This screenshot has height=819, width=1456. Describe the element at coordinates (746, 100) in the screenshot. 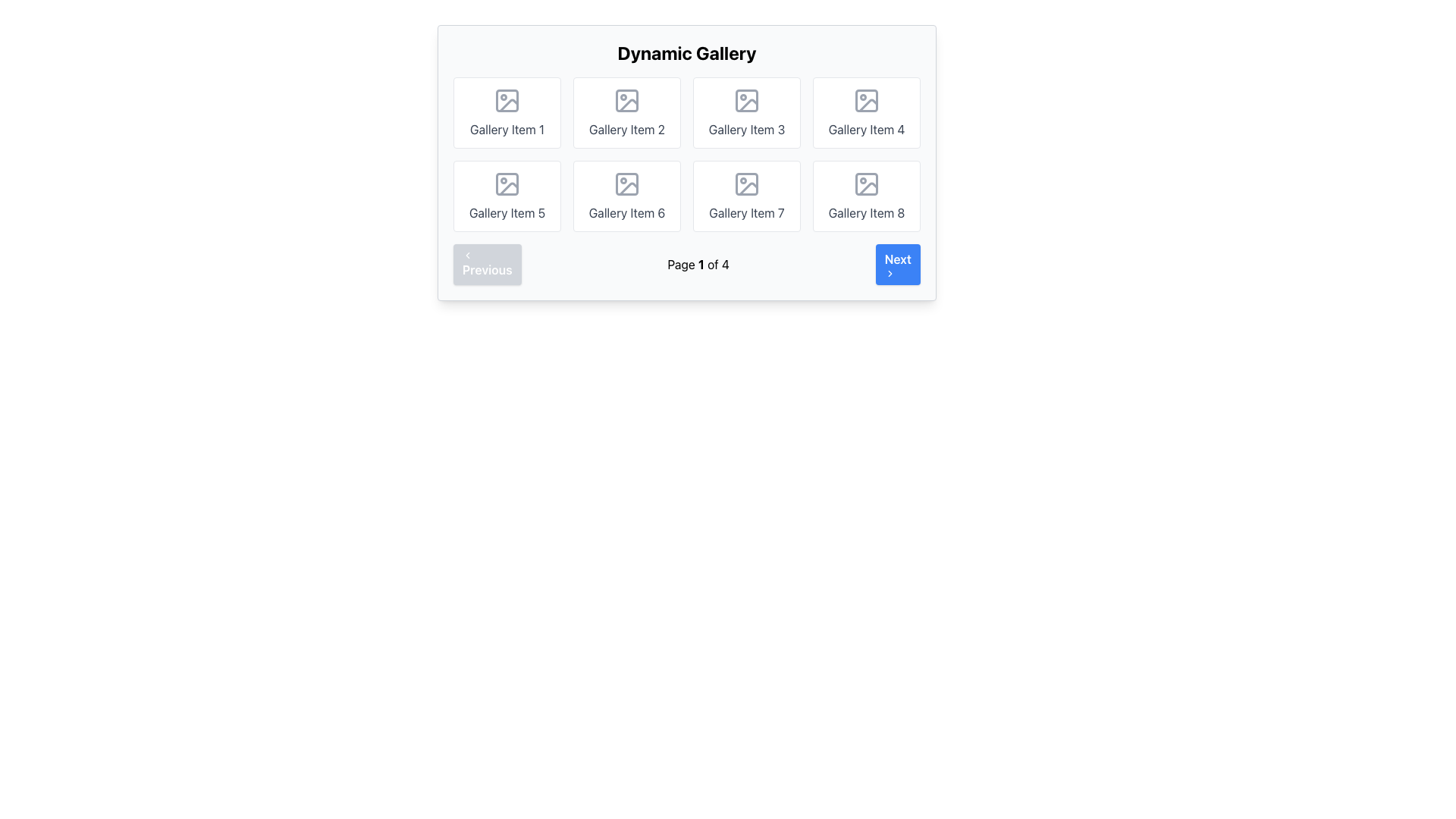

I see `the graphical icon component representing the third image icon in the first row of the gallery grid layout` at that location.